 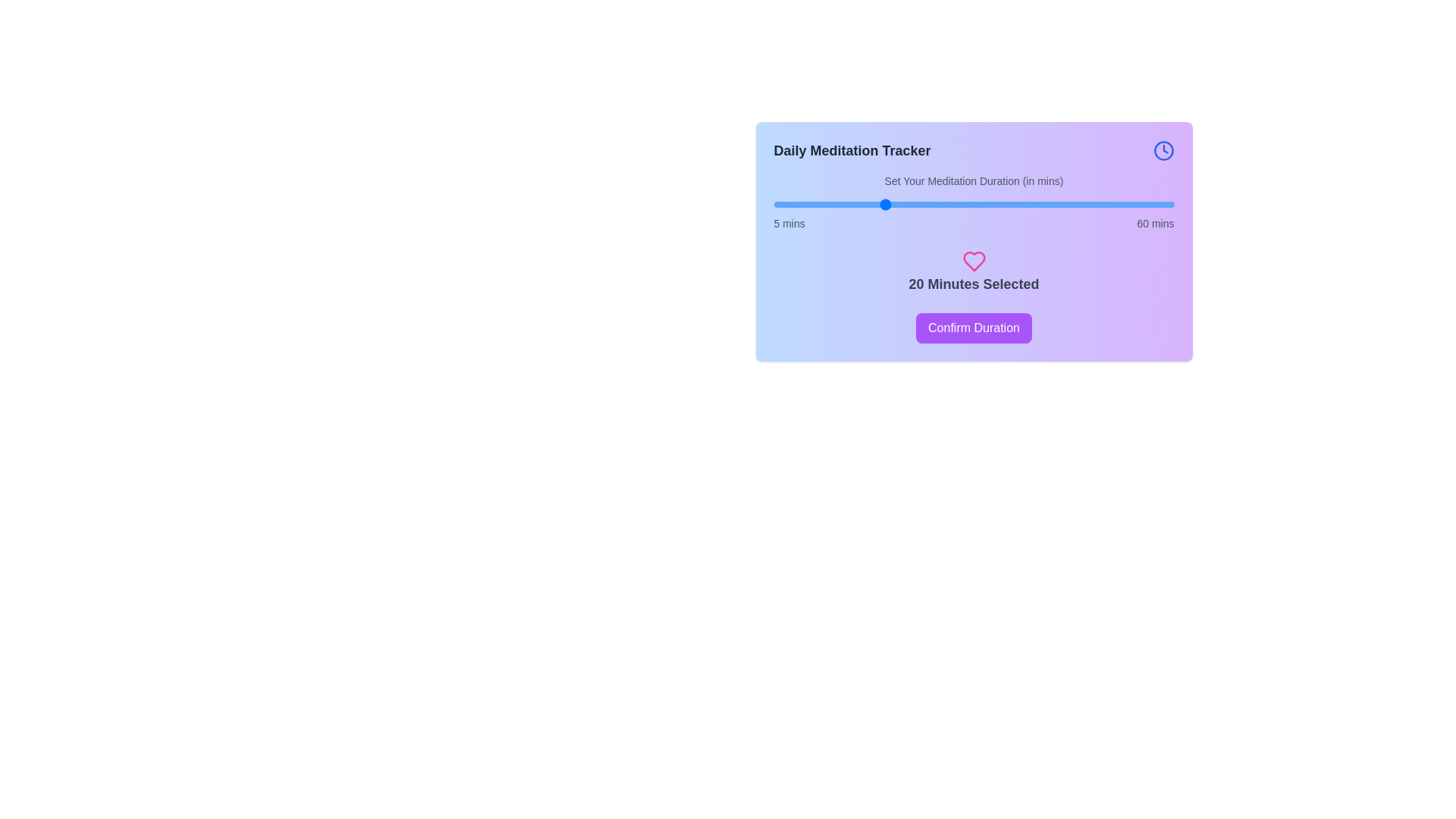 I want to click on the meditation duration to 53 minutes using the slider, so click(x=1123, y=205).